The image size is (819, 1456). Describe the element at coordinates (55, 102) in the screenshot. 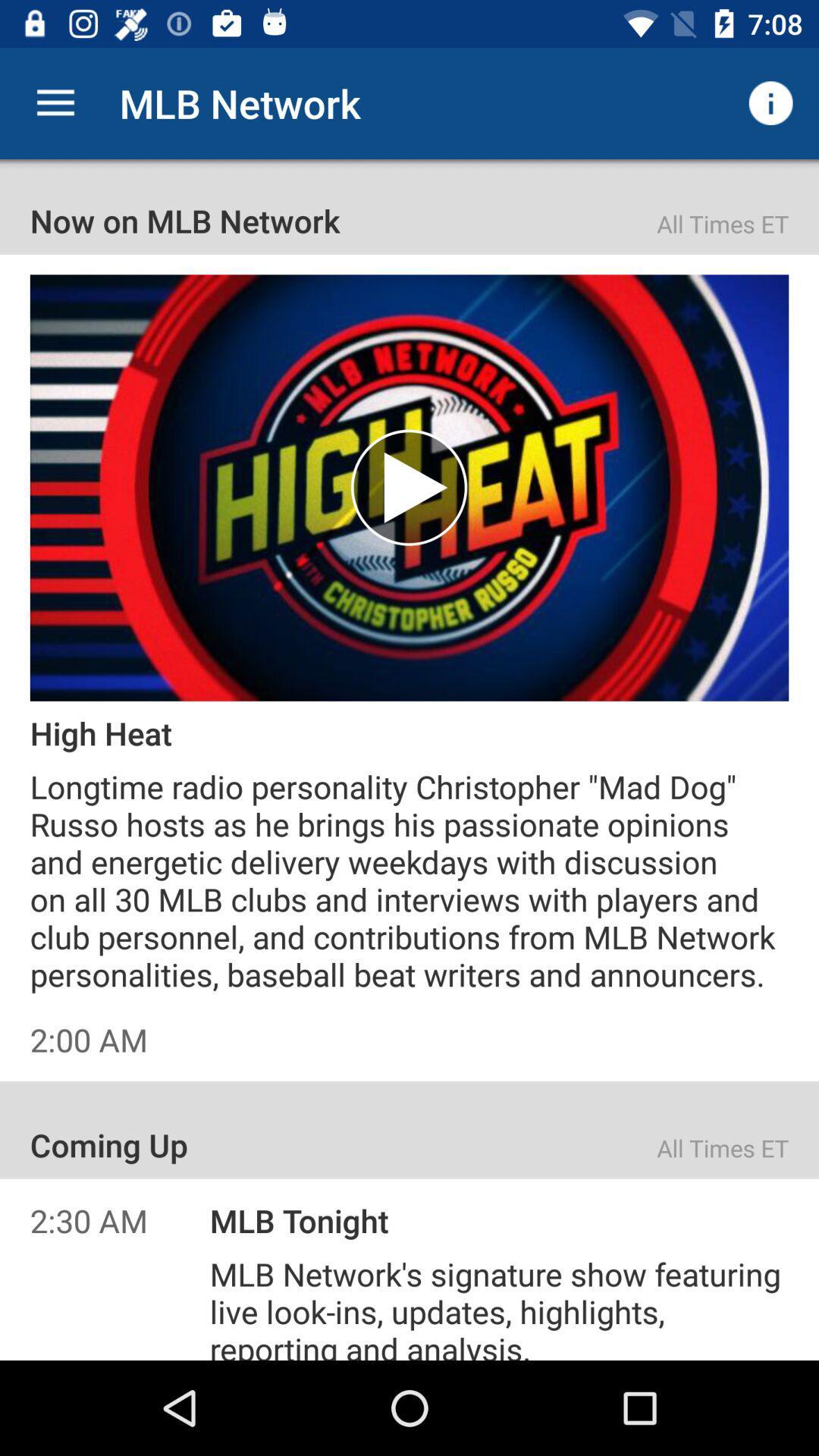

I see `the app next to the mlb network` at that location.